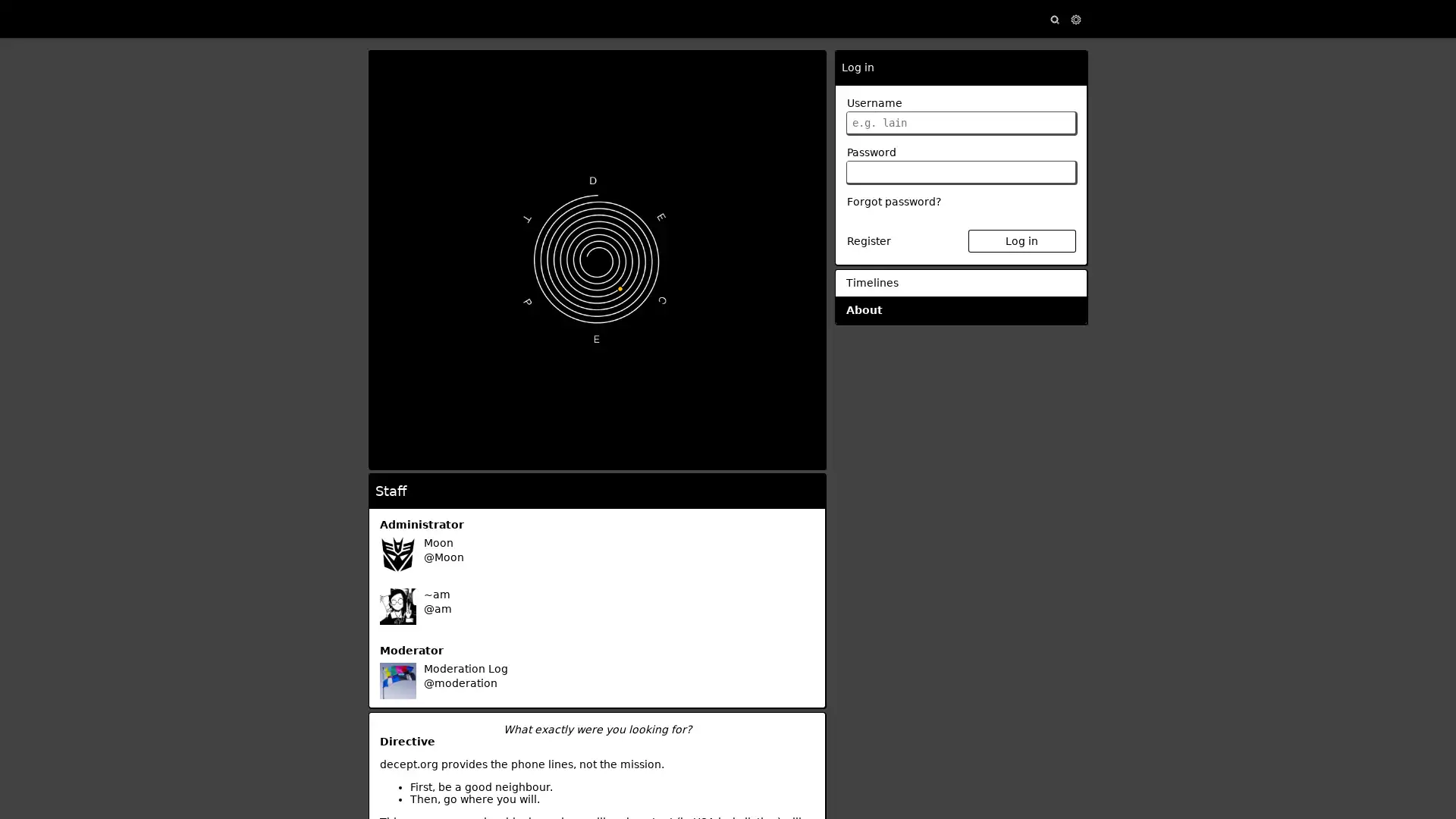  Describe the element at coordinates (960, 282) in the screenshot. I see `Timelines` at that location.